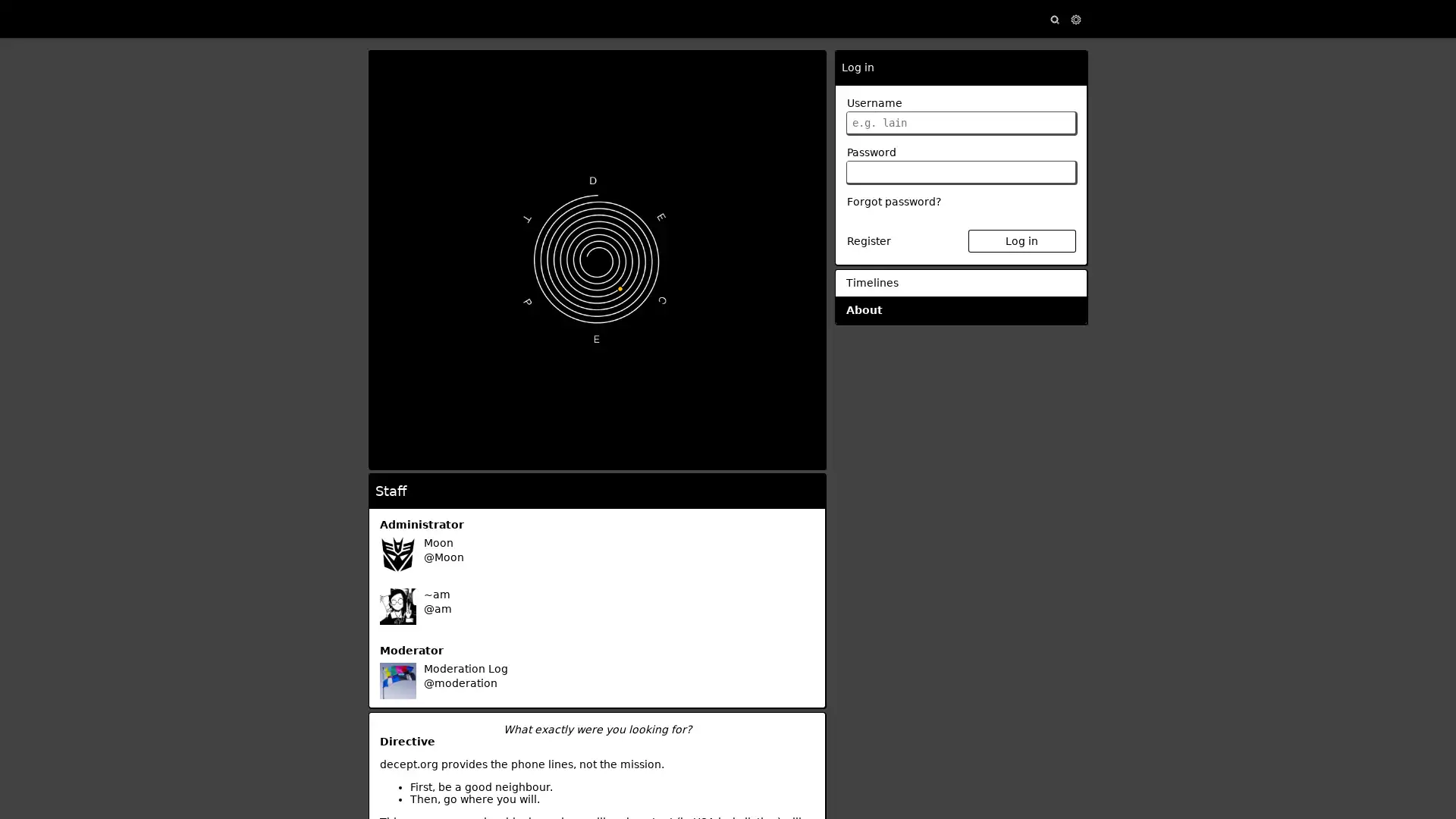  Describe the element at coordinates (960, 282) in the screenshot. I see `Timelines` at that location.